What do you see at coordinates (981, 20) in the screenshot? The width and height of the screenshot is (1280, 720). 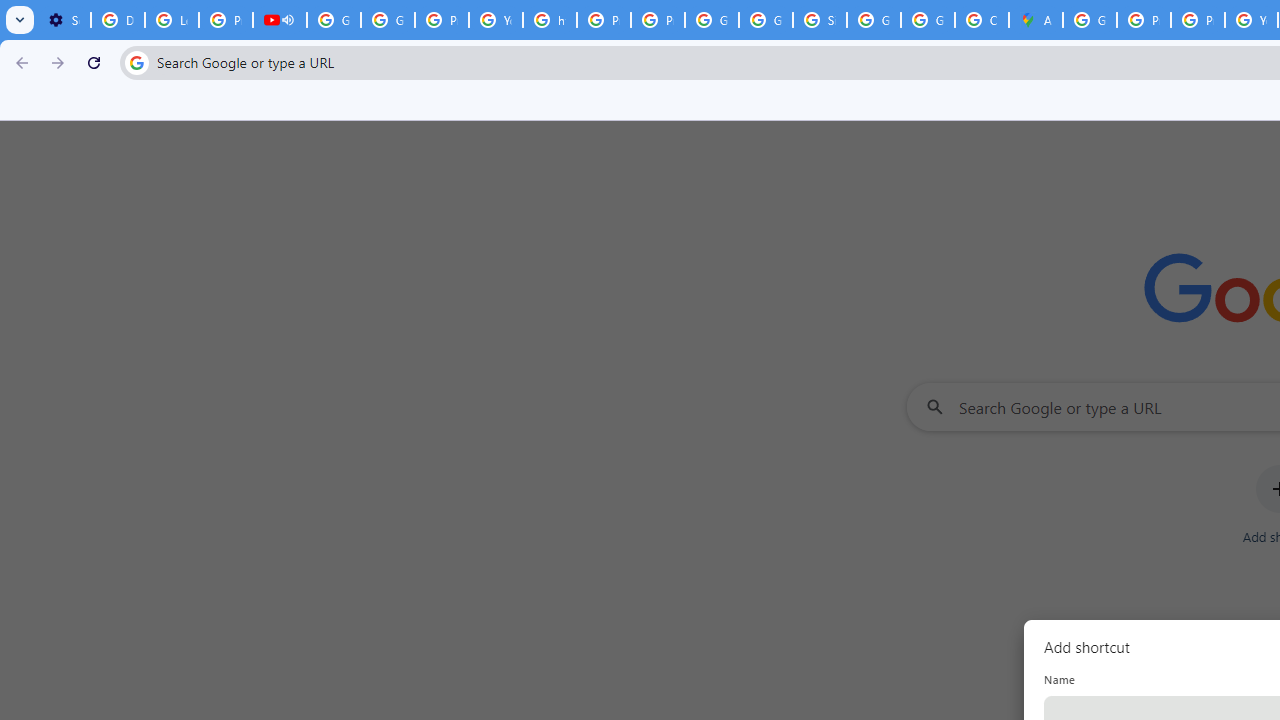 I see `'Create your Google Account'` at bounding box center [981, 20].